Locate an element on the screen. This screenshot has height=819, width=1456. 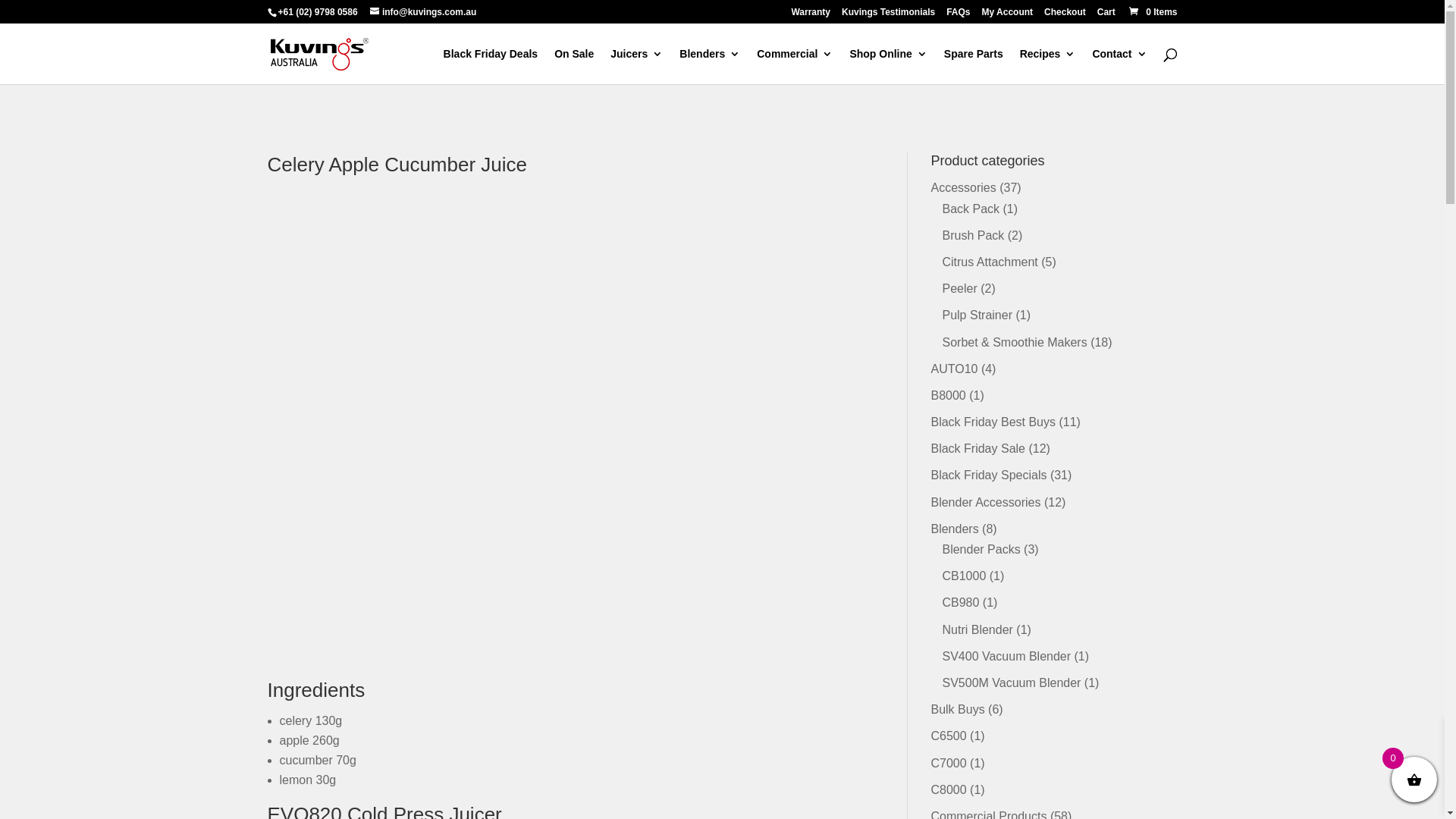
'Nutri Blender' is located at coordinates (977, 629).